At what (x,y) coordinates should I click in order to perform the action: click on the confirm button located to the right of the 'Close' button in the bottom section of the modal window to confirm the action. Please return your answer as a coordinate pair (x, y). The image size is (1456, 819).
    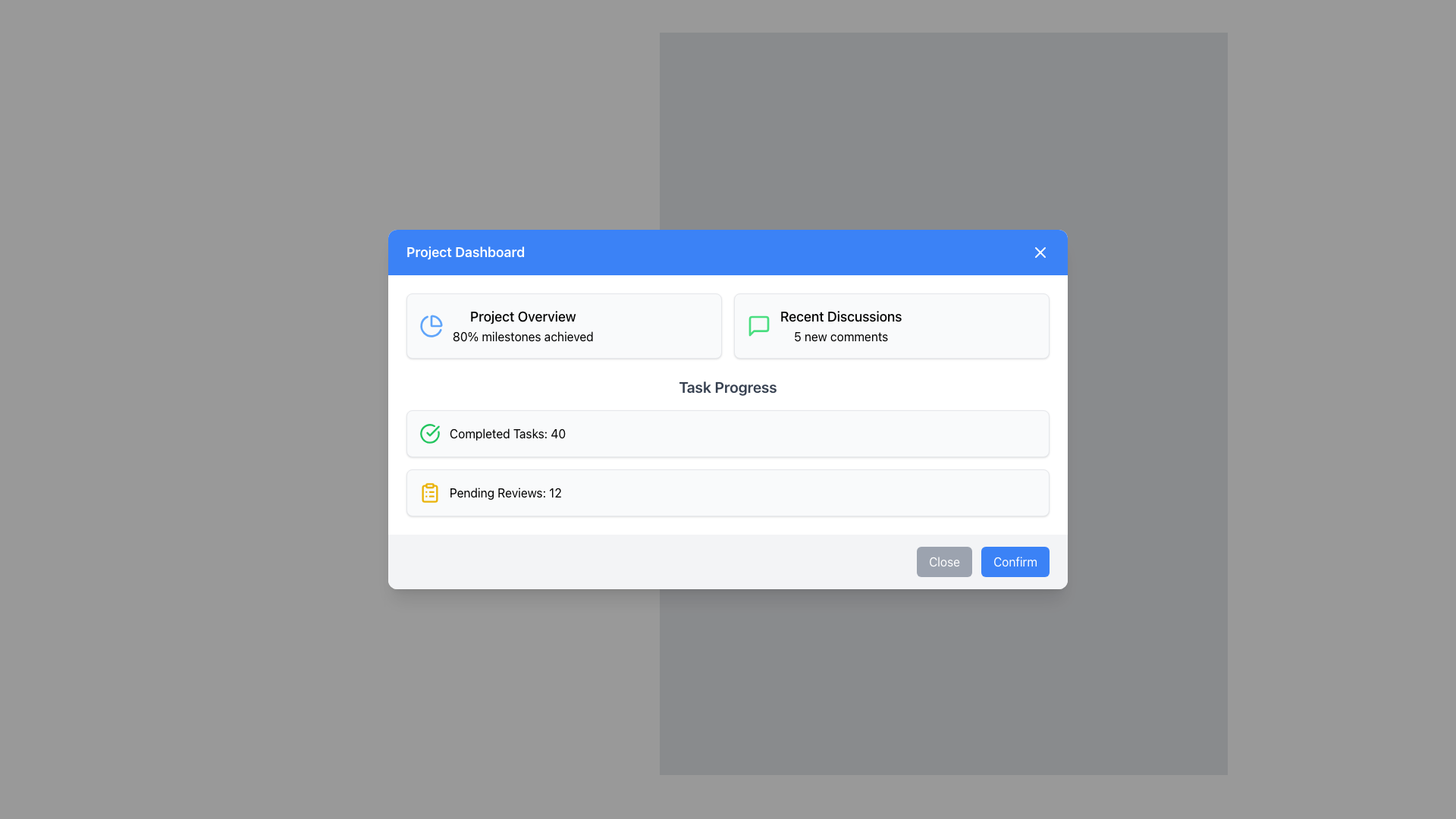
    Looking at the image, I should click on (1015, 561).